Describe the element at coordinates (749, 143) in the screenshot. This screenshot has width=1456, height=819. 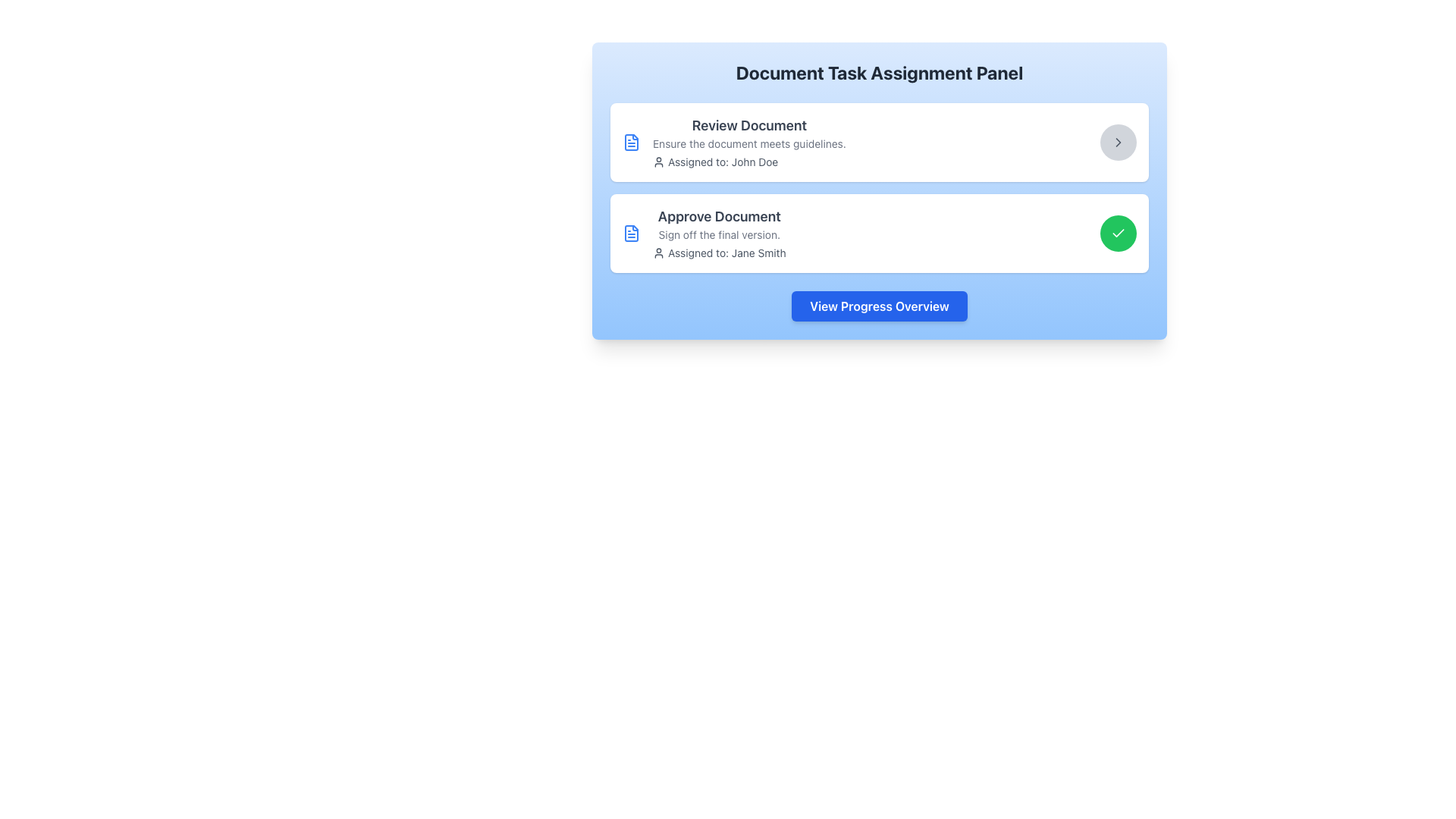
I see `static text statement 'Ensure the document meets guidelines' located below the heading 'Review Document' in the first task card` at that location.